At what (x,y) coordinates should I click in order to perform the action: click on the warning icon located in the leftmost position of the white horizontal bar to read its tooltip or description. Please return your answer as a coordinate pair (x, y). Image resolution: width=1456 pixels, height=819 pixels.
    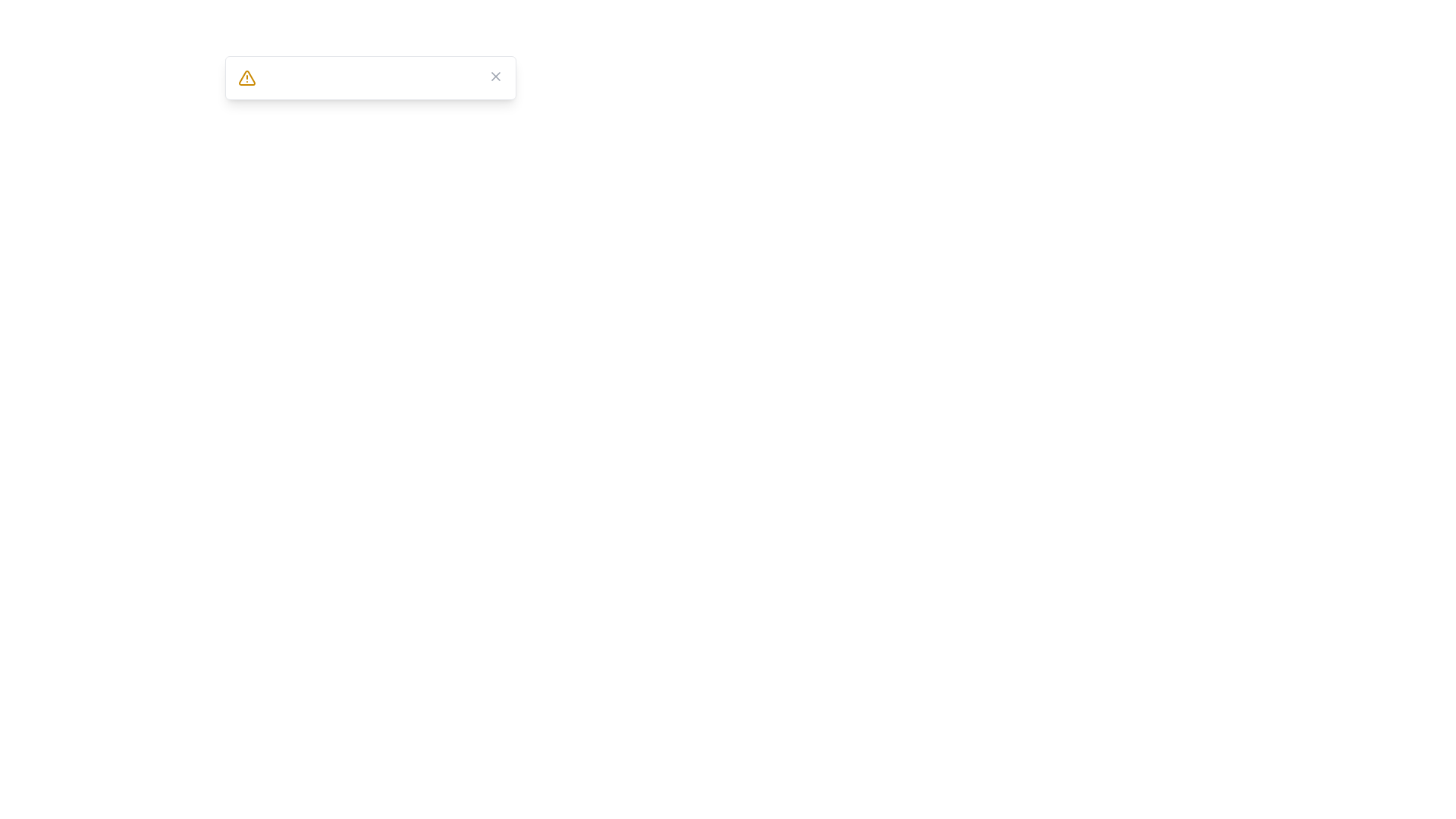
    Looking at the image, I should click on (247, 78).